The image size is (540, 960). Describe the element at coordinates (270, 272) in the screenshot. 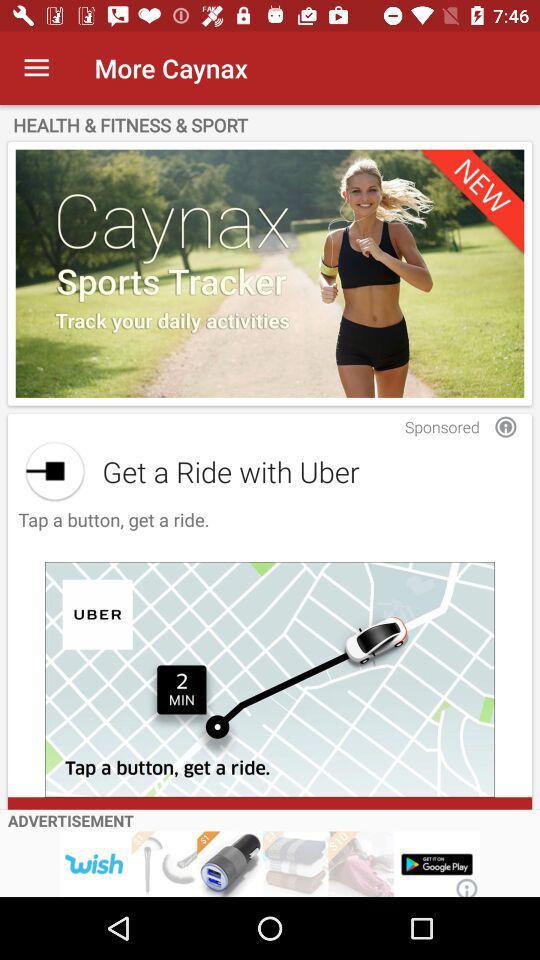

I see `the option which says new` at that location.